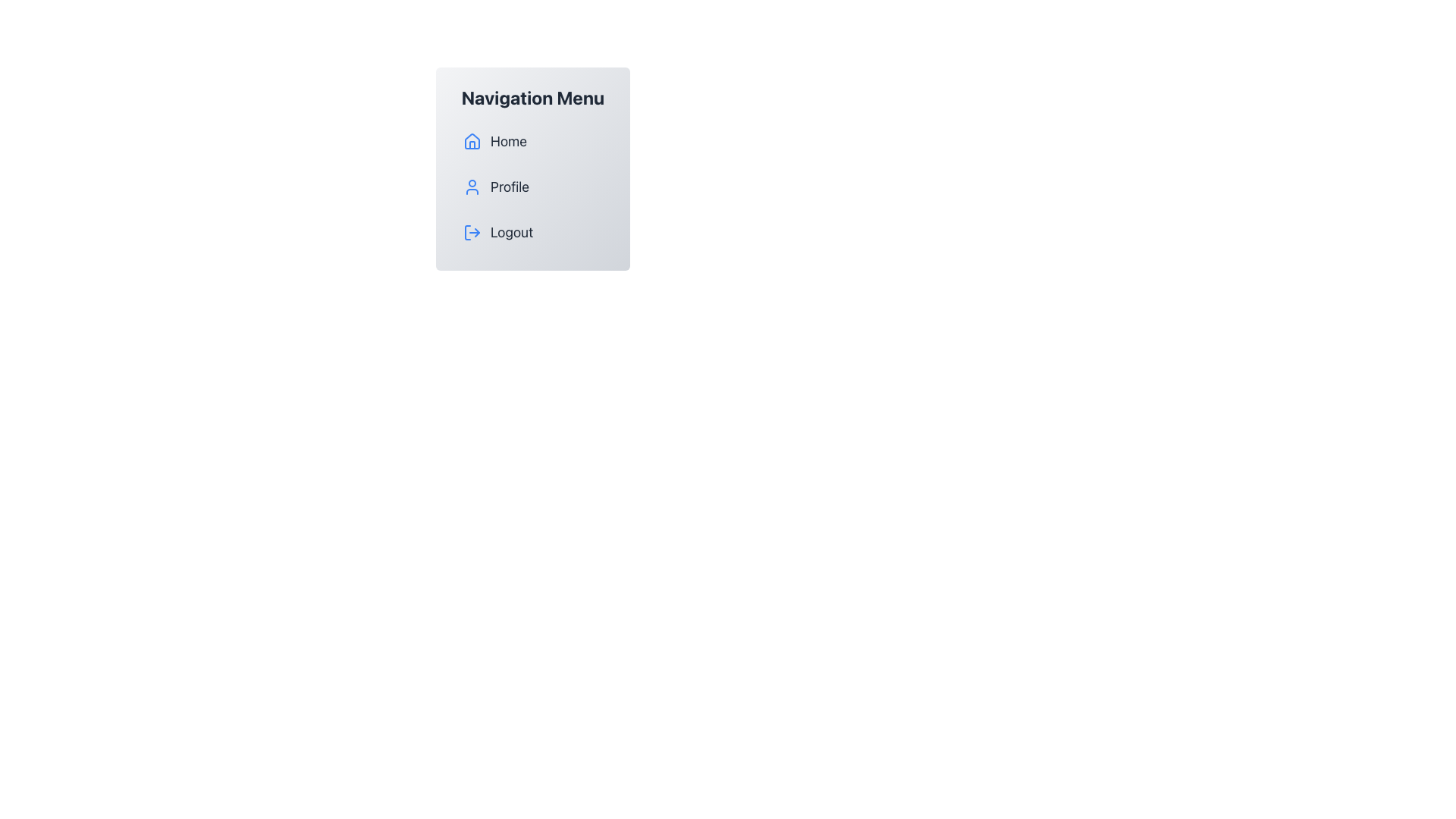 Image resolution: width=1456 pixels, height=819 pixels. Describe the element at coordinates (532, 141) in the screenshot. I see `the 'Home' button at the top of the navigation menu` at that location.